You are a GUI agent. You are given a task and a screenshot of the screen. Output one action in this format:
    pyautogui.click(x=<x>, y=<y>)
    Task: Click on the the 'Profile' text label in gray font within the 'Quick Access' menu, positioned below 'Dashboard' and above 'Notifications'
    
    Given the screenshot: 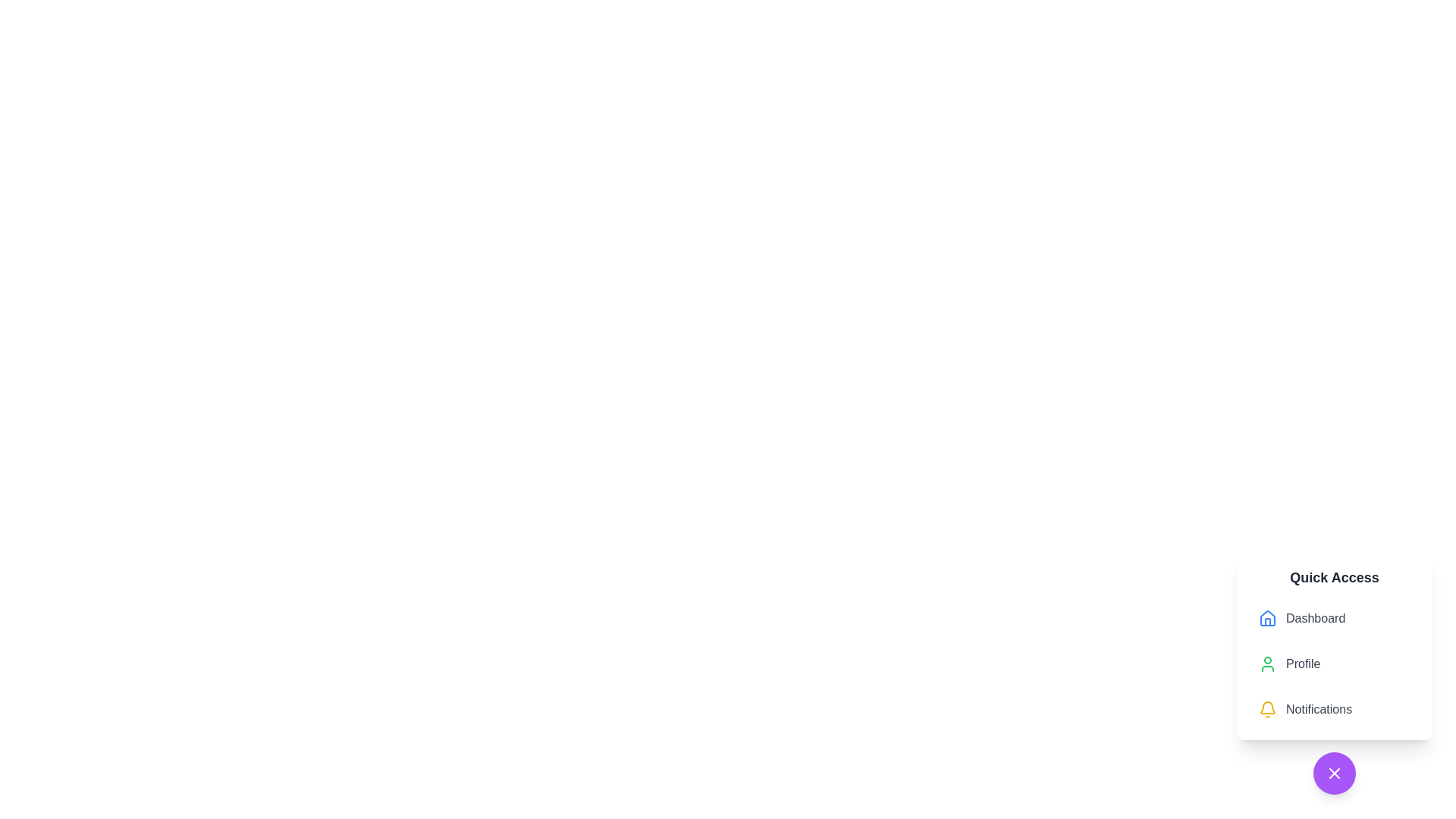 What is the action you would take?
    pyautogui.click(x=1302, y=663)
    